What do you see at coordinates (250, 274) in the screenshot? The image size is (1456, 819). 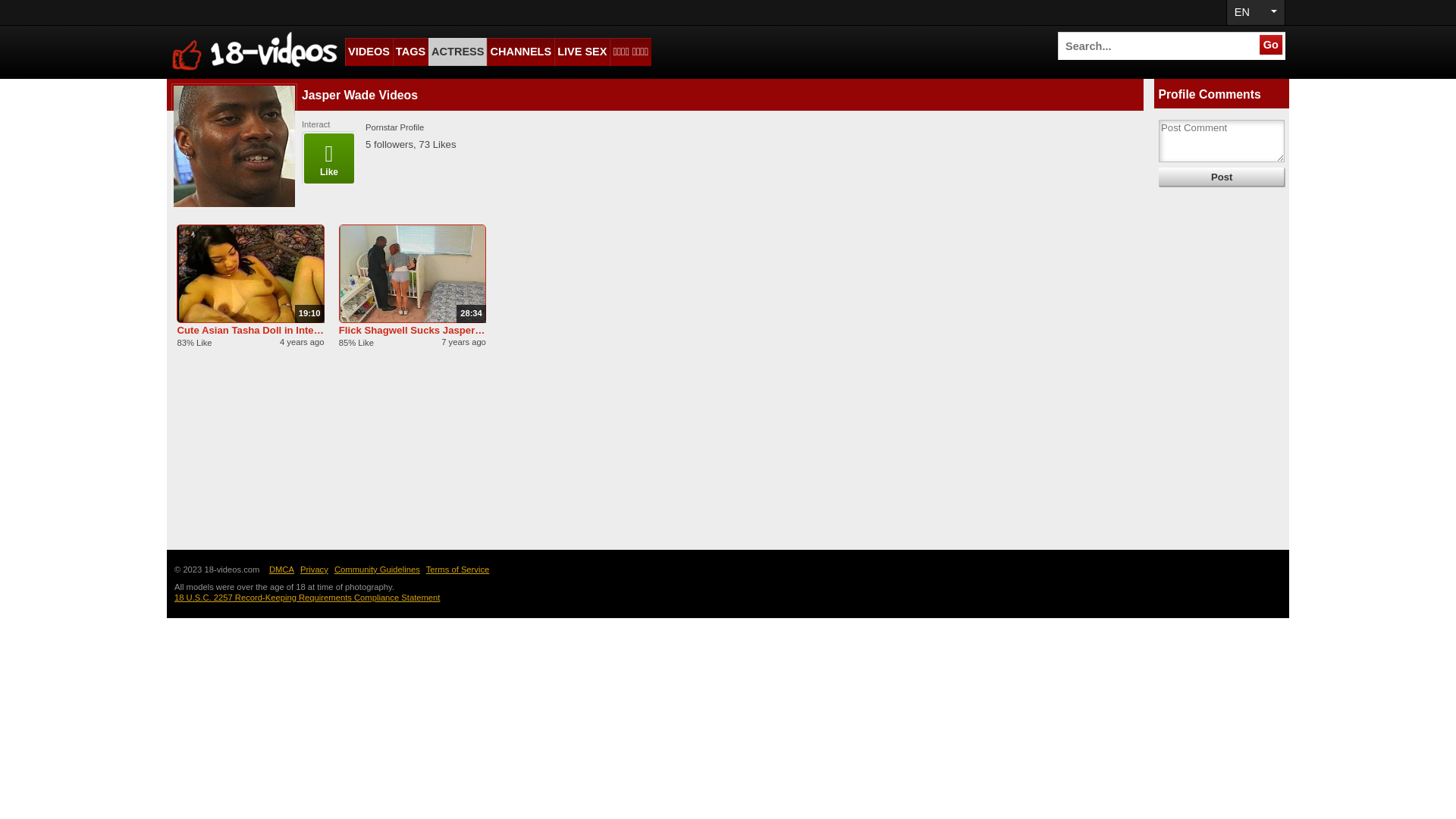 I see `'19:10'` at bounding box center [250, 274].